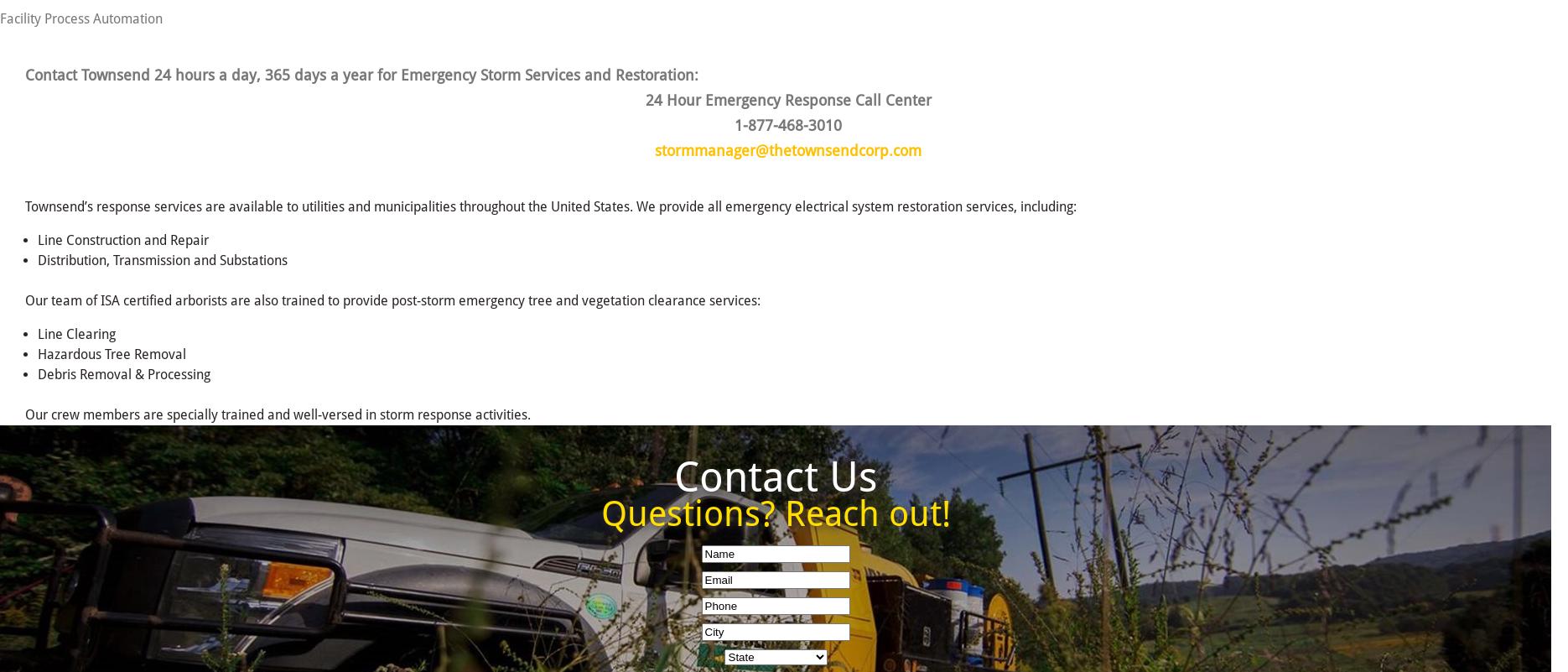 The image size is (1568, 672). What do you see at coordinates (278, 413) in the screenshot?
I see `'Our crew members are specially trained and well-versed in storm response activities.'` at bounding box center [278, 413].